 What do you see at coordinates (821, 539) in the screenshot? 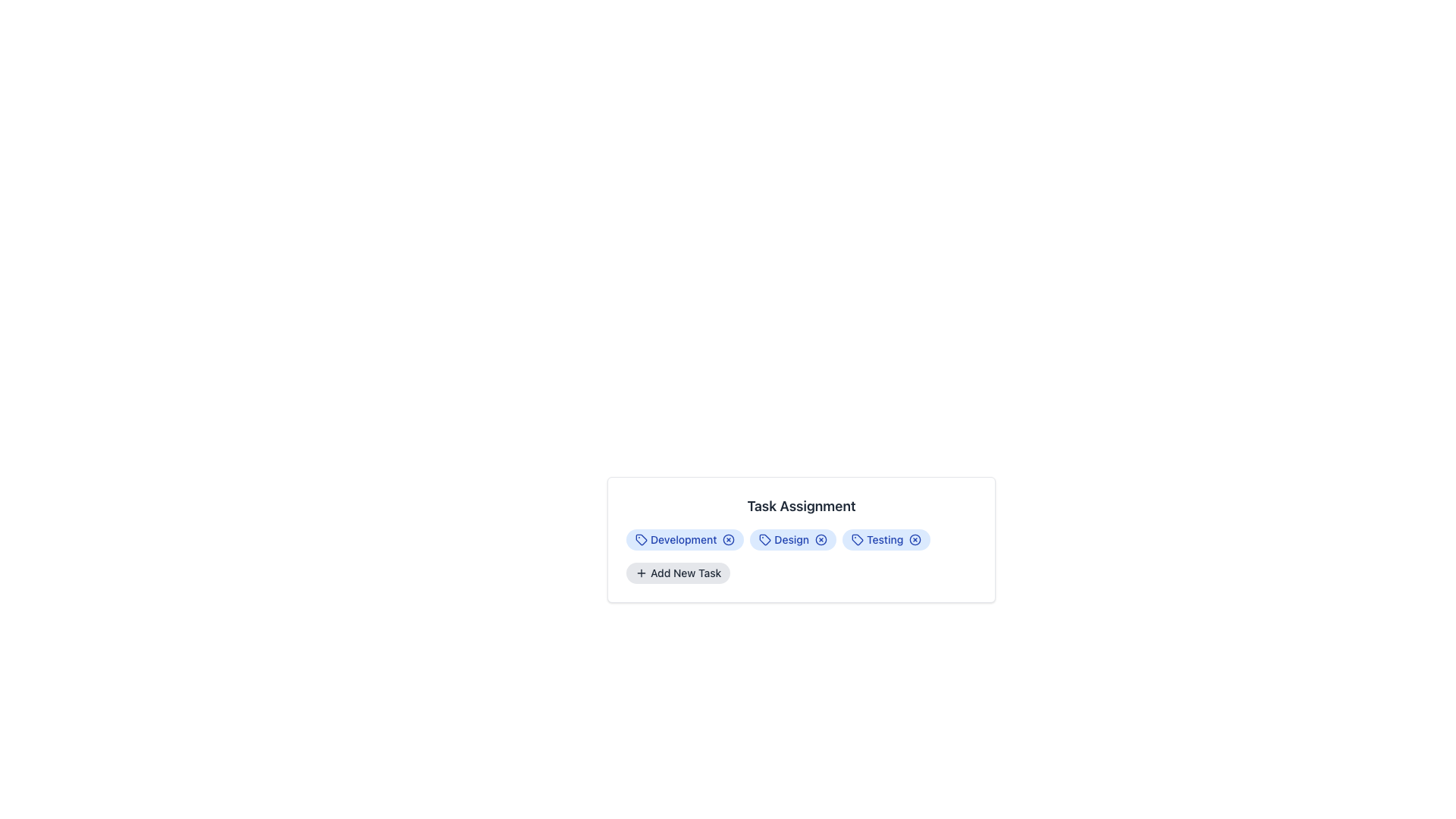
I see `the small circular icon with a blue outline resembling an 'X' within the 'Design' tag using keyboard navigation` at bounding box center [821, 539].